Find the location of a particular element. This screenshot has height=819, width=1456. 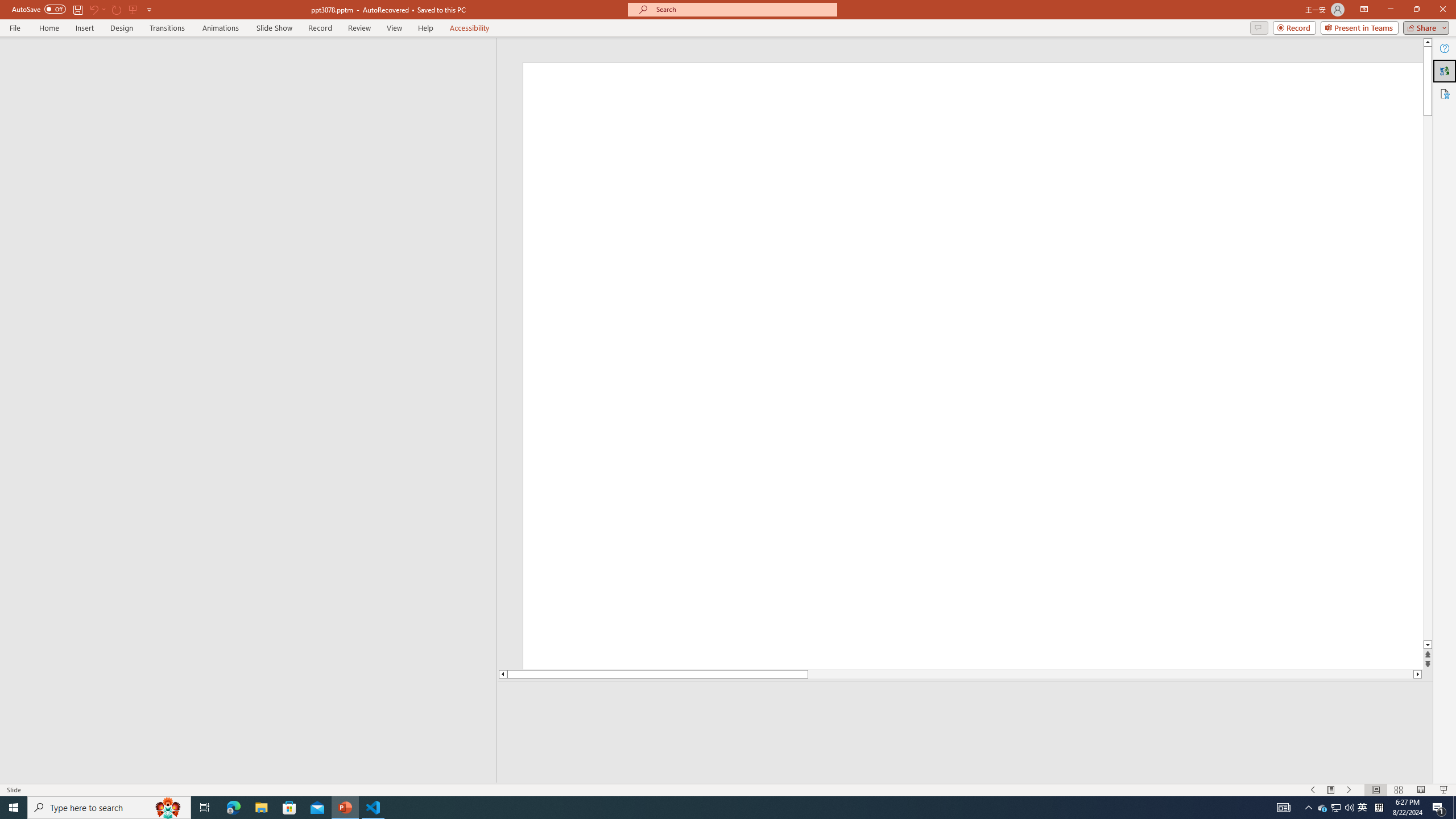

'Menu On' is located at coordinates (1331, 790).